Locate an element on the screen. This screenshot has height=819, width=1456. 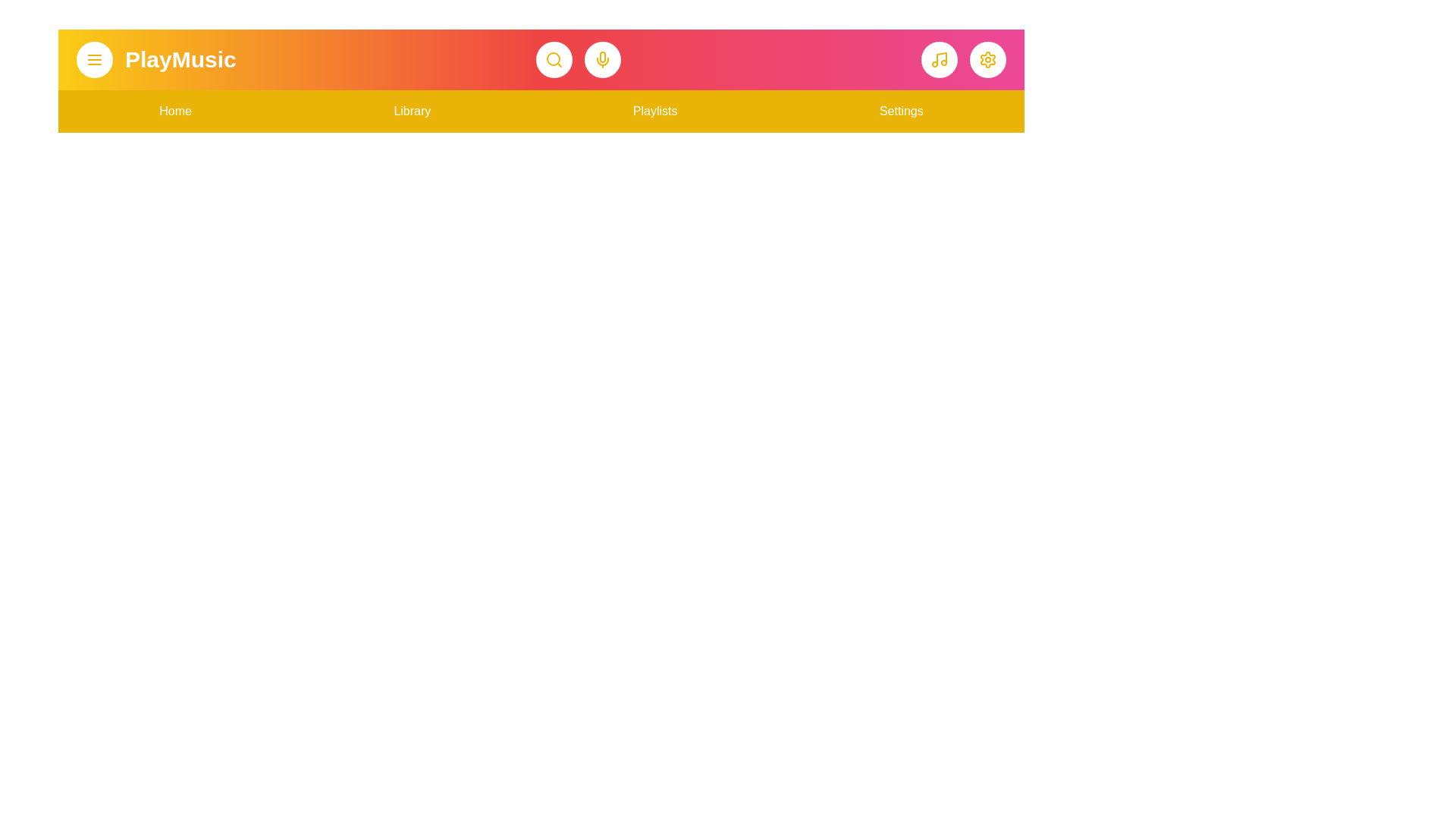
the music button to perform an audio-related action is located at coordinates (938, 58).